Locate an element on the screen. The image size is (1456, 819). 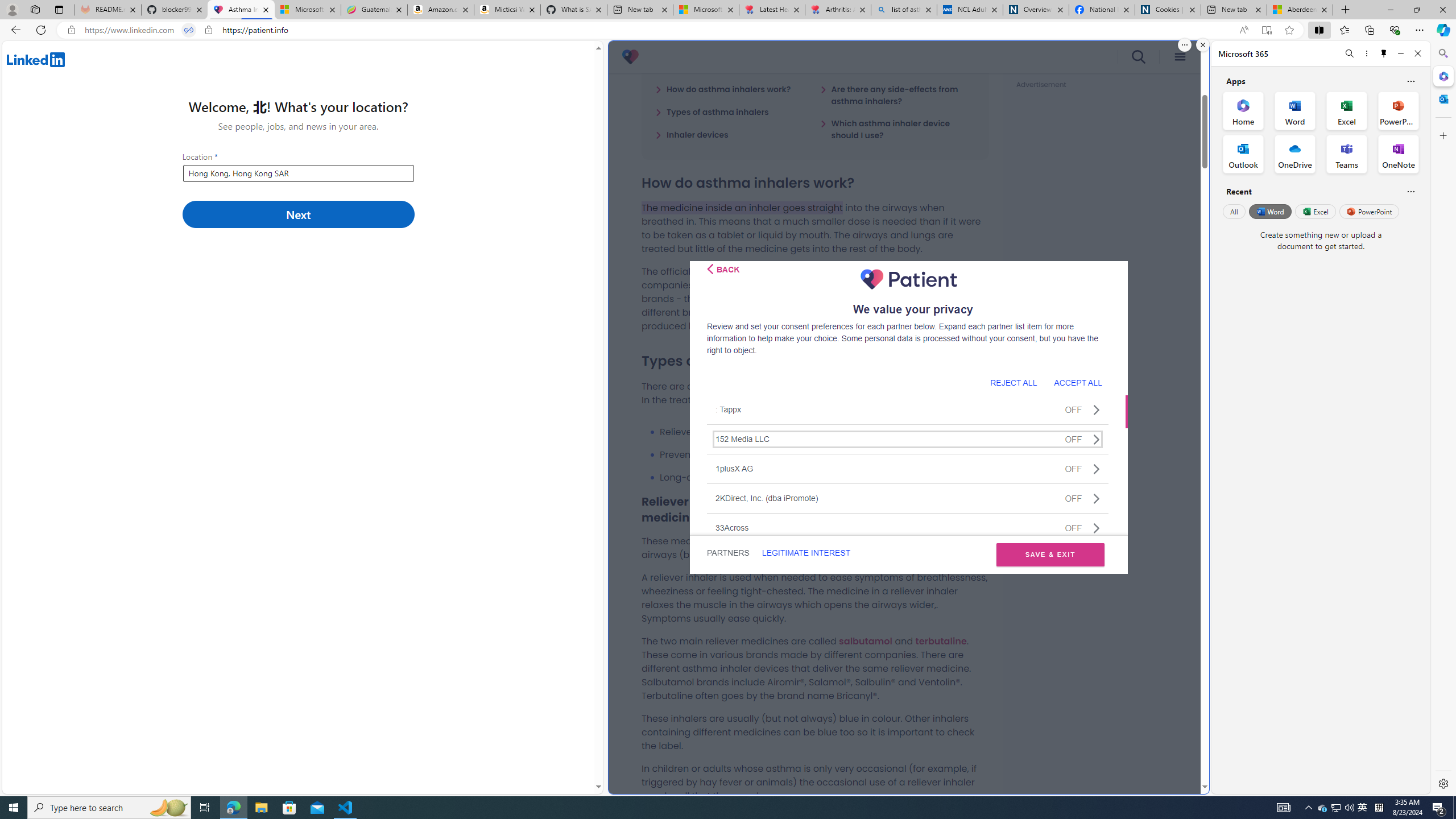
'Cookies | About | NICE' is located at coordinates (1168, 9).